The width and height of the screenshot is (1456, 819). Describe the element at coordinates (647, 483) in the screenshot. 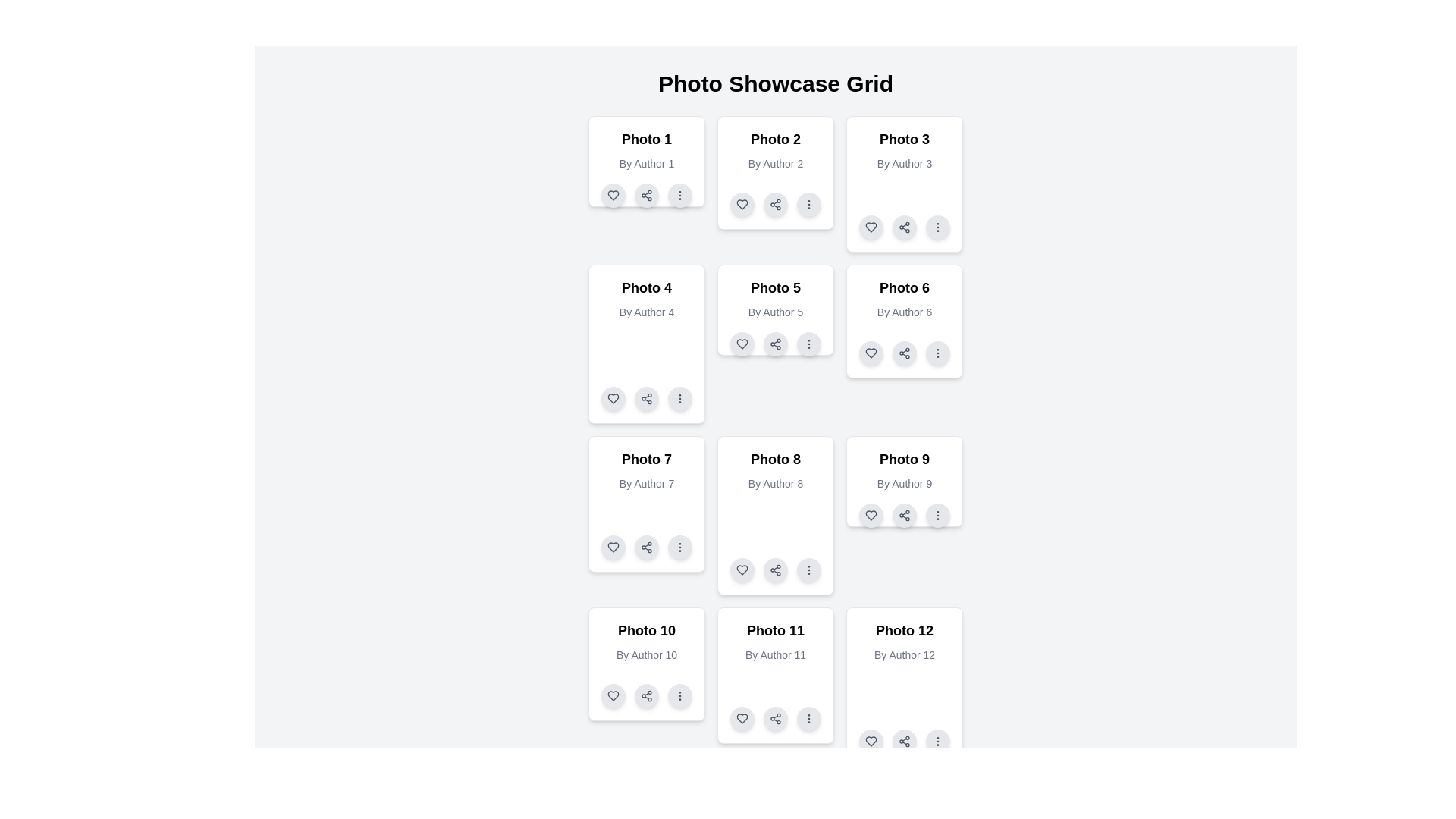

I see `the text label displaying 'By Author 7', which is located below the title 'Photo 7' in the fourth row and second column of the card layout` at that location.